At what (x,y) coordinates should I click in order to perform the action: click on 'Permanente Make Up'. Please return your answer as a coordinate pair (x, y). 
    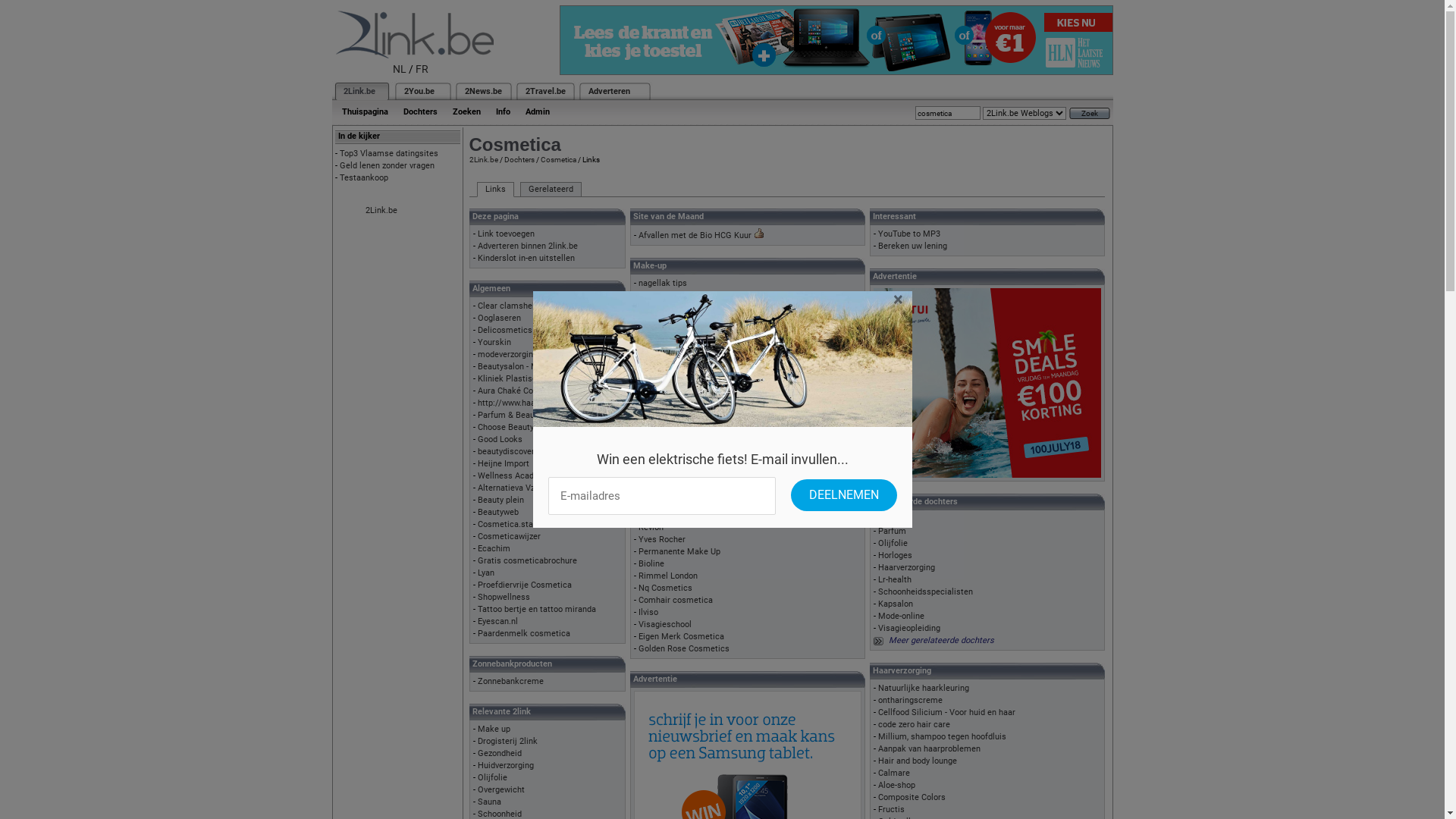
    Looking at the image, I should click on (679, 551).